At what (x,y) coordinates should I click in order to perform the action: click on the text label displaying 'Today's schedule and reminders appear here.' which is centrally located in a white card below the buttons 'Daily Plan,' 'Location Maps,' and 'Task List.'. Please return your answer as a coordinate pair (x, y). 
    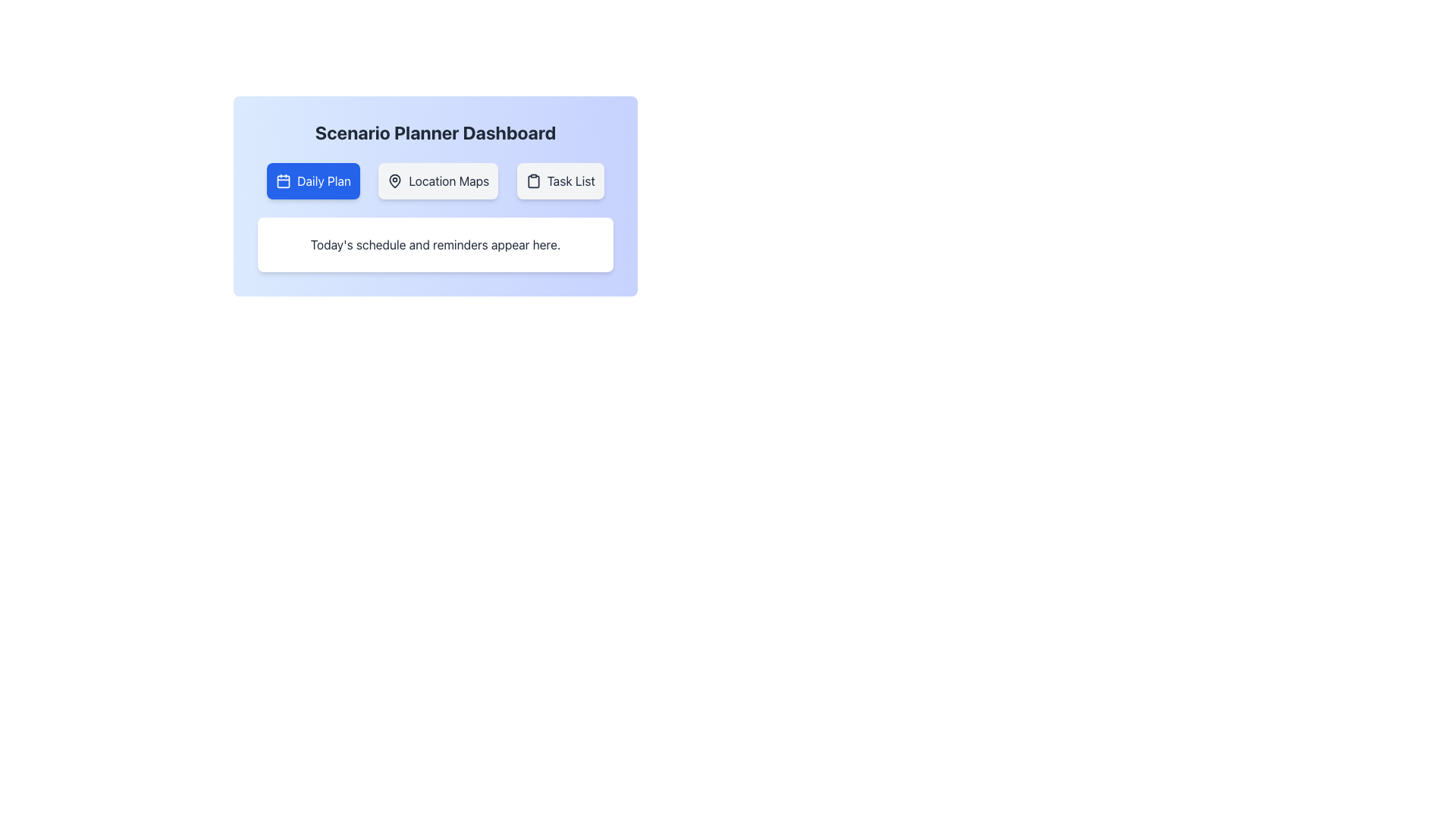
    Looking at the image, I should click on (435, 244).